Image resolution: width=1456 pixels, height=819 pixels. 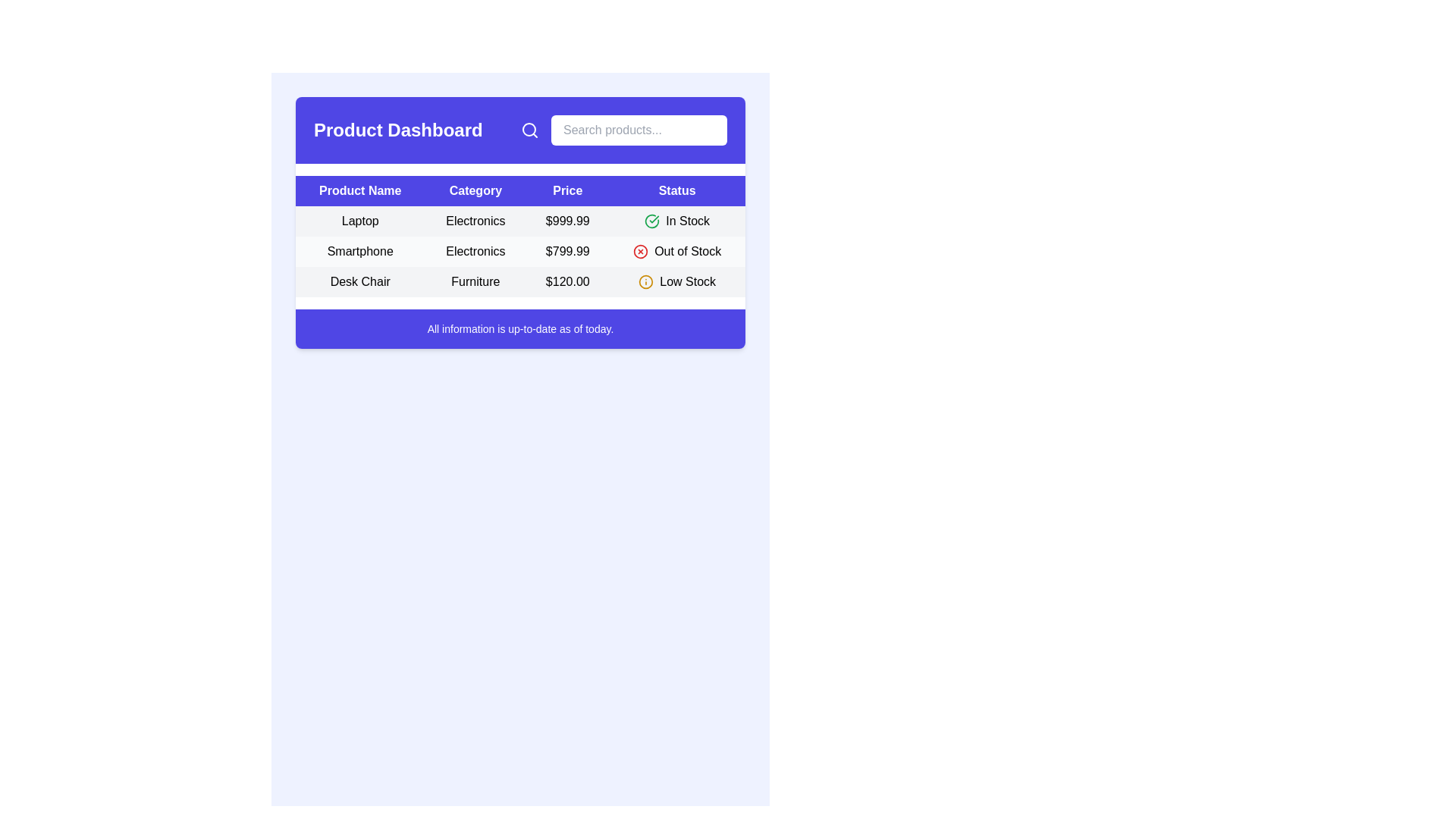 I want to click on the 'Status' text label, which is the fourth column header in the table styled in white text on a purple background, so click(x=676, y=190).